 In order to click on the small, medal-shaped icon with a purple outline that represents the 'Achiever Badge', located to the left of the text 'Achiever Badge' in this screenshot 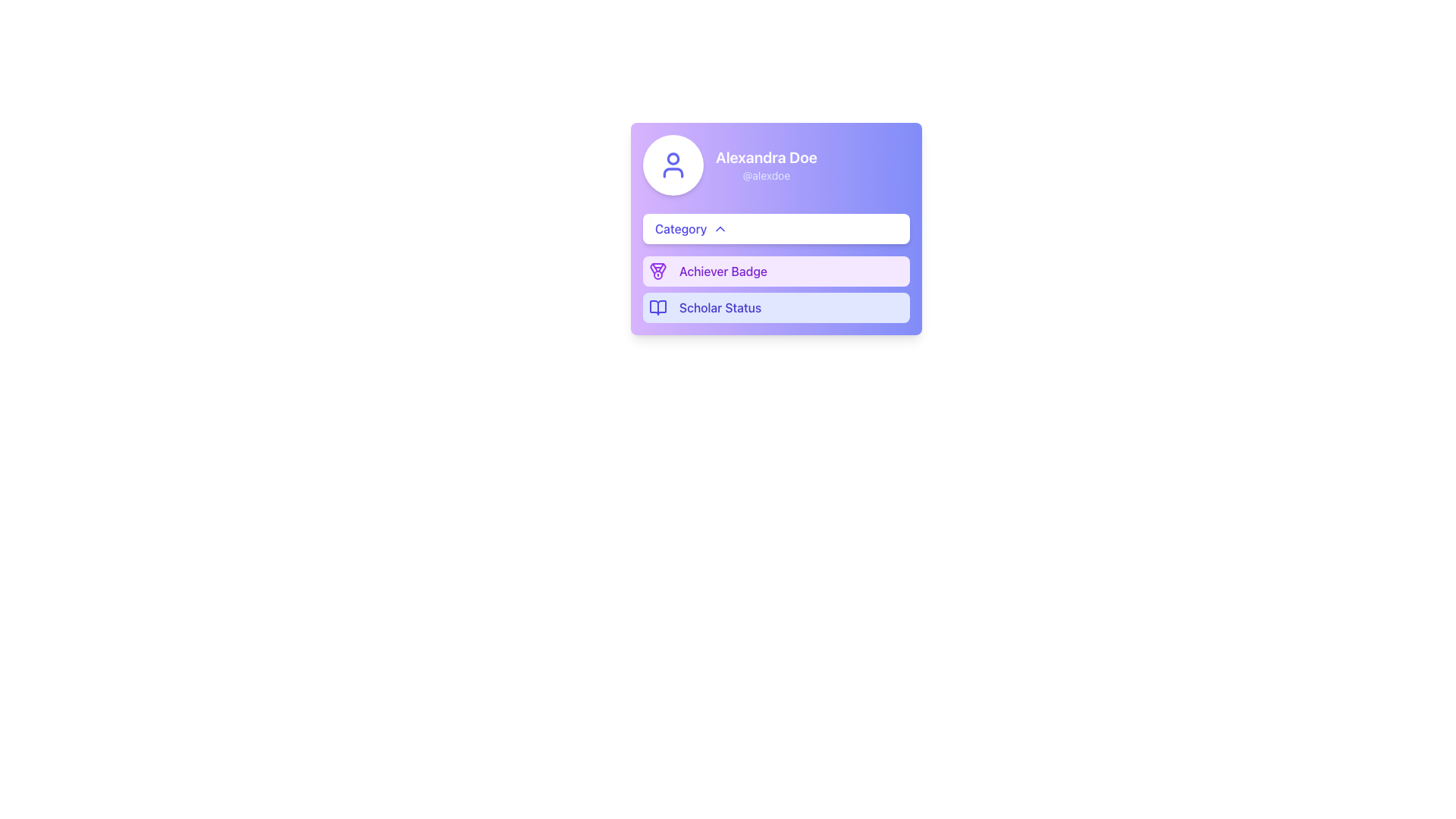, I will do `click(658, 271)`.